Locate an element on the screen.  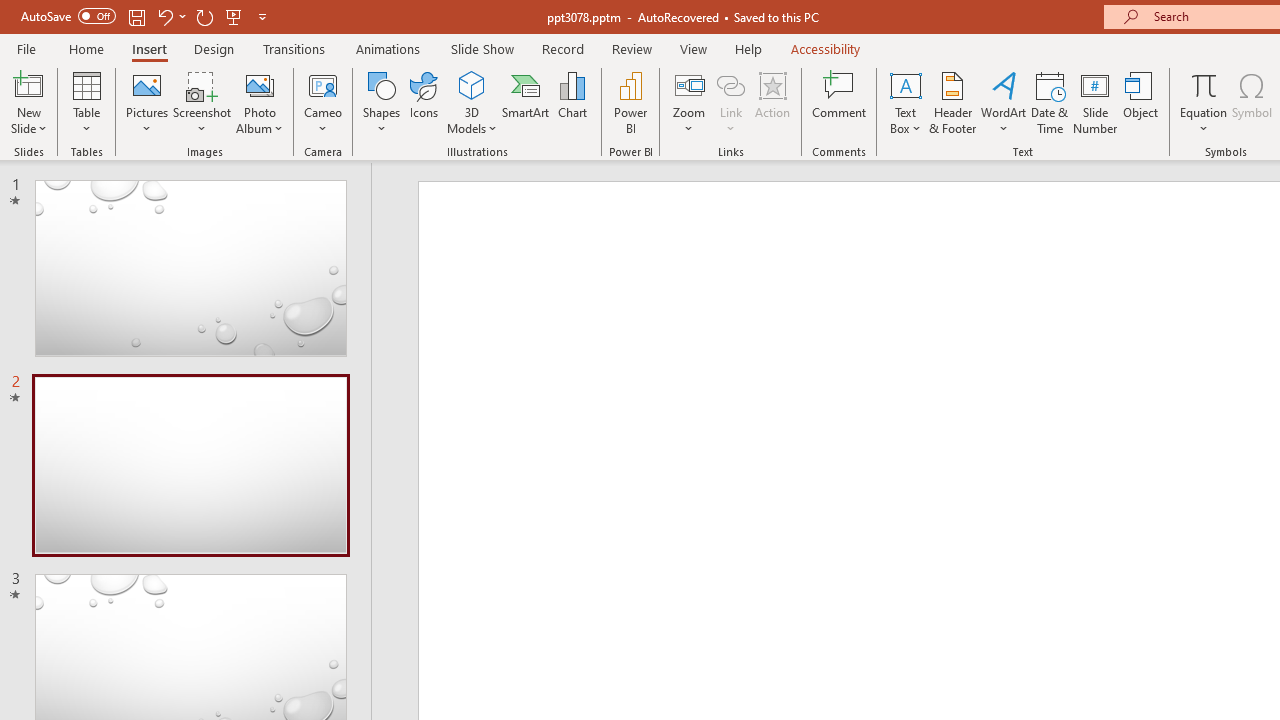
'Header & Footer...' is located at coordinates (951, 103).